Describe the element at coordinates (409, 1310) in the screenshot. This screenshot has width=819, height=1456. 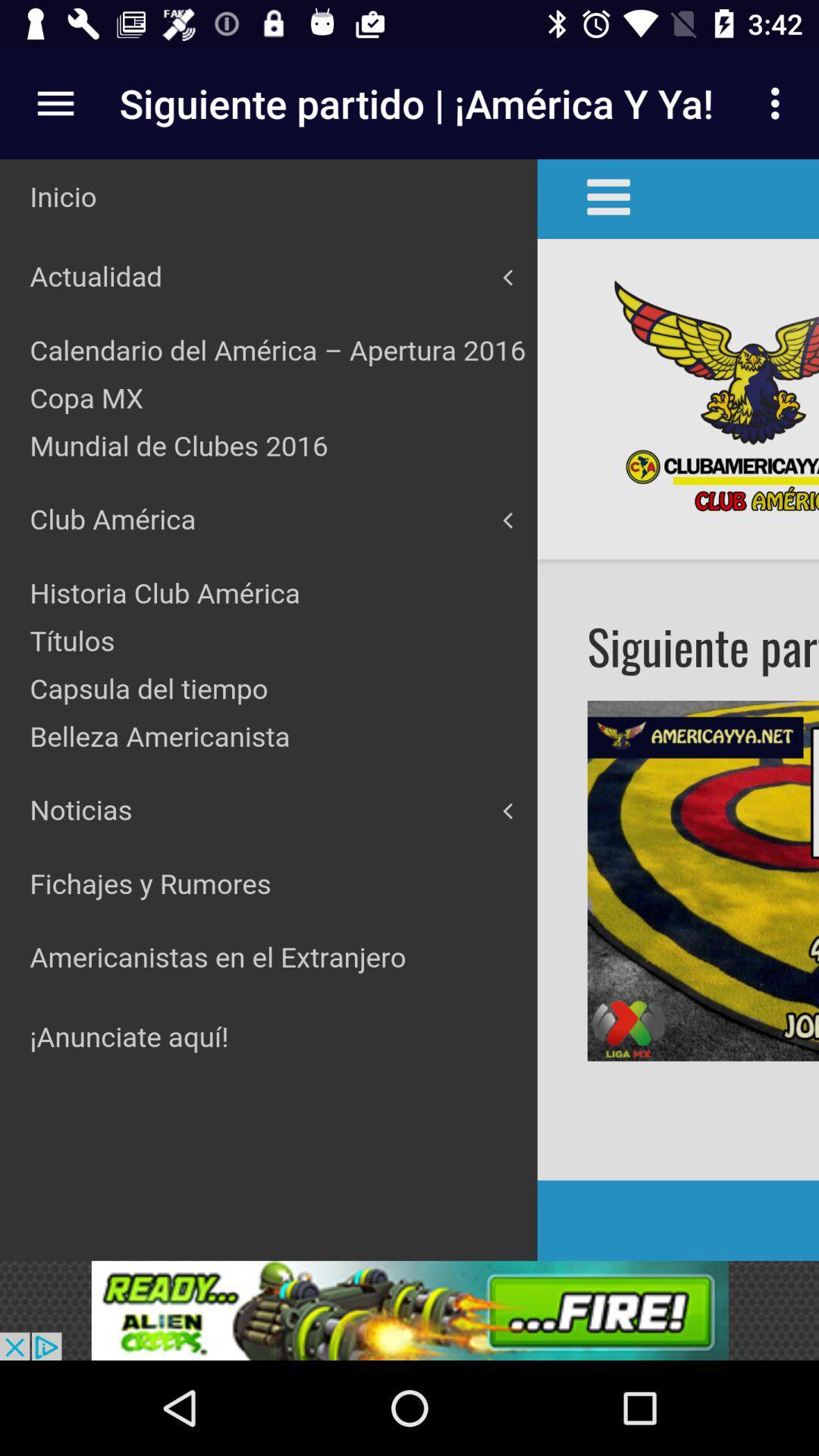
I see `opens advertisement` at that location.